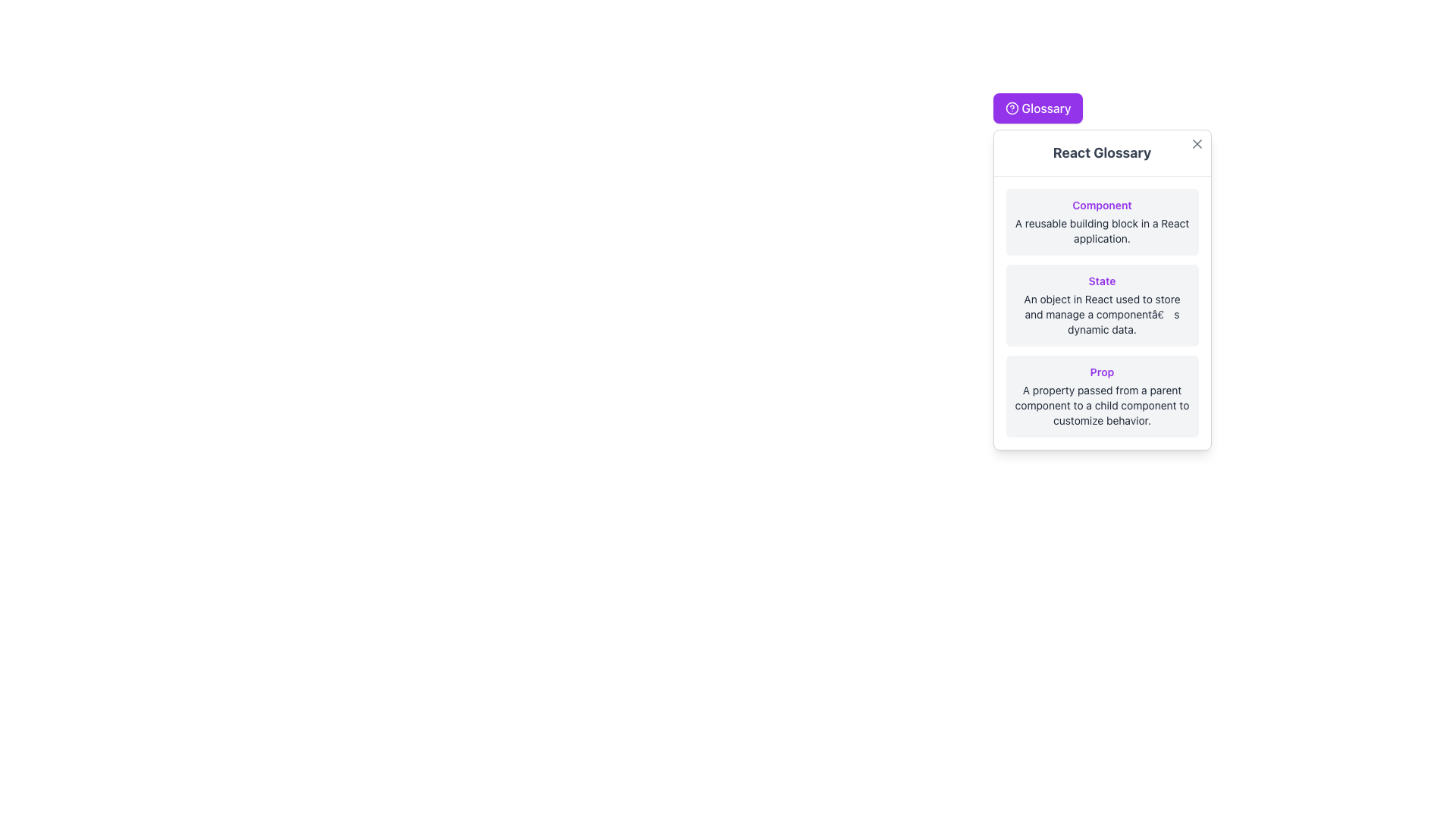 Image resolution: width=1456 pixels, height=819 pixels. I want to click on the text label displaying 'Prop' in a purple bold font located in the bottom section of the 'React Glossary' card, so click(1102, 372).